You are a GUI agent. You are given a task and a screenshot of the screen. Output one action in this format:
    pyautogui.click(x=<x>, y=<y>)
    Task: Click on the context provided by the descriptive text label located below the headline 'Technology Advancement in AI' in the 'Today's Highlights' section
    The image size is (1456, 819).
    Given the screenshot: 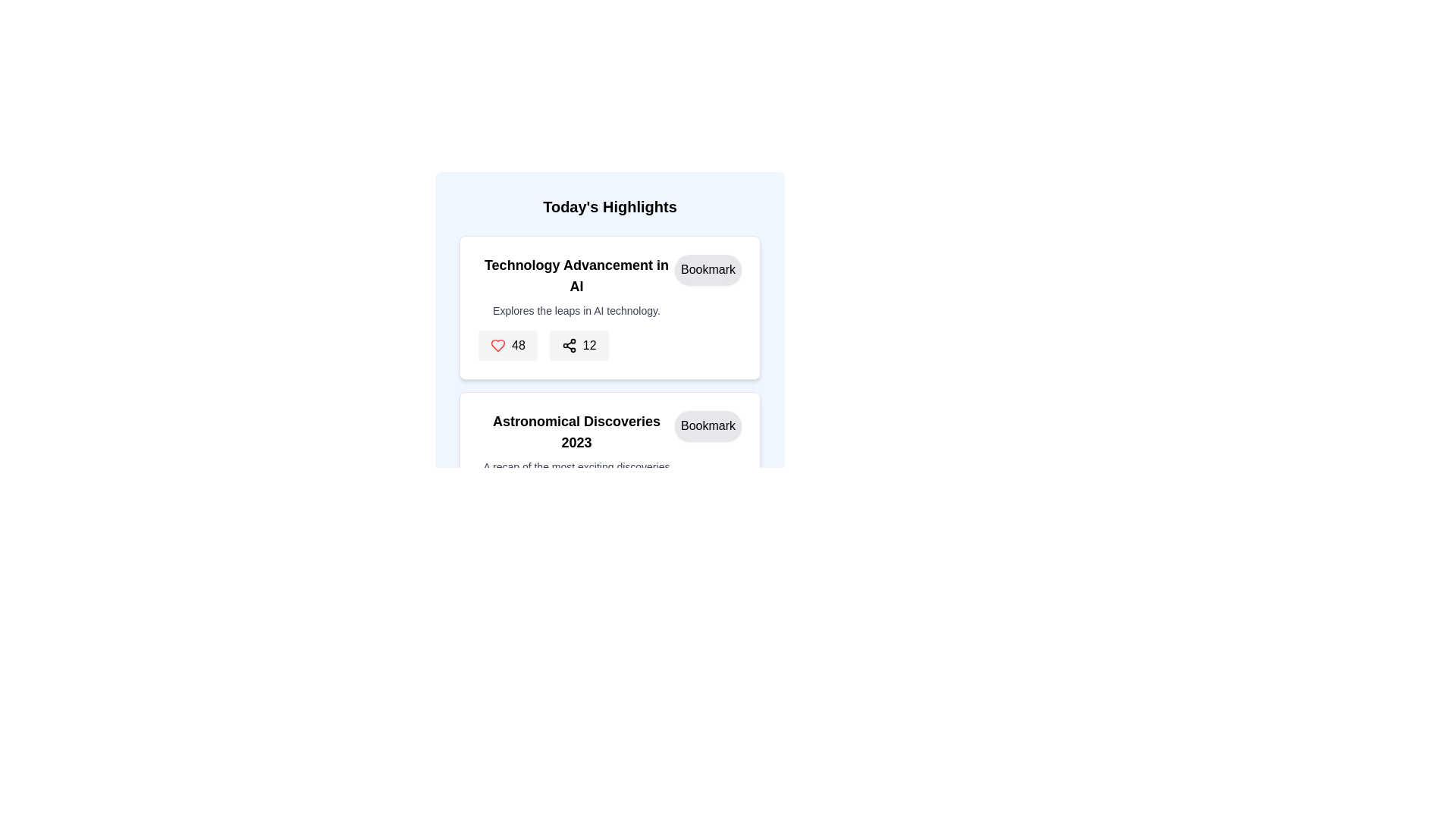 What is the action you would take?
    pyautogui.click(x=576, y=309)
    